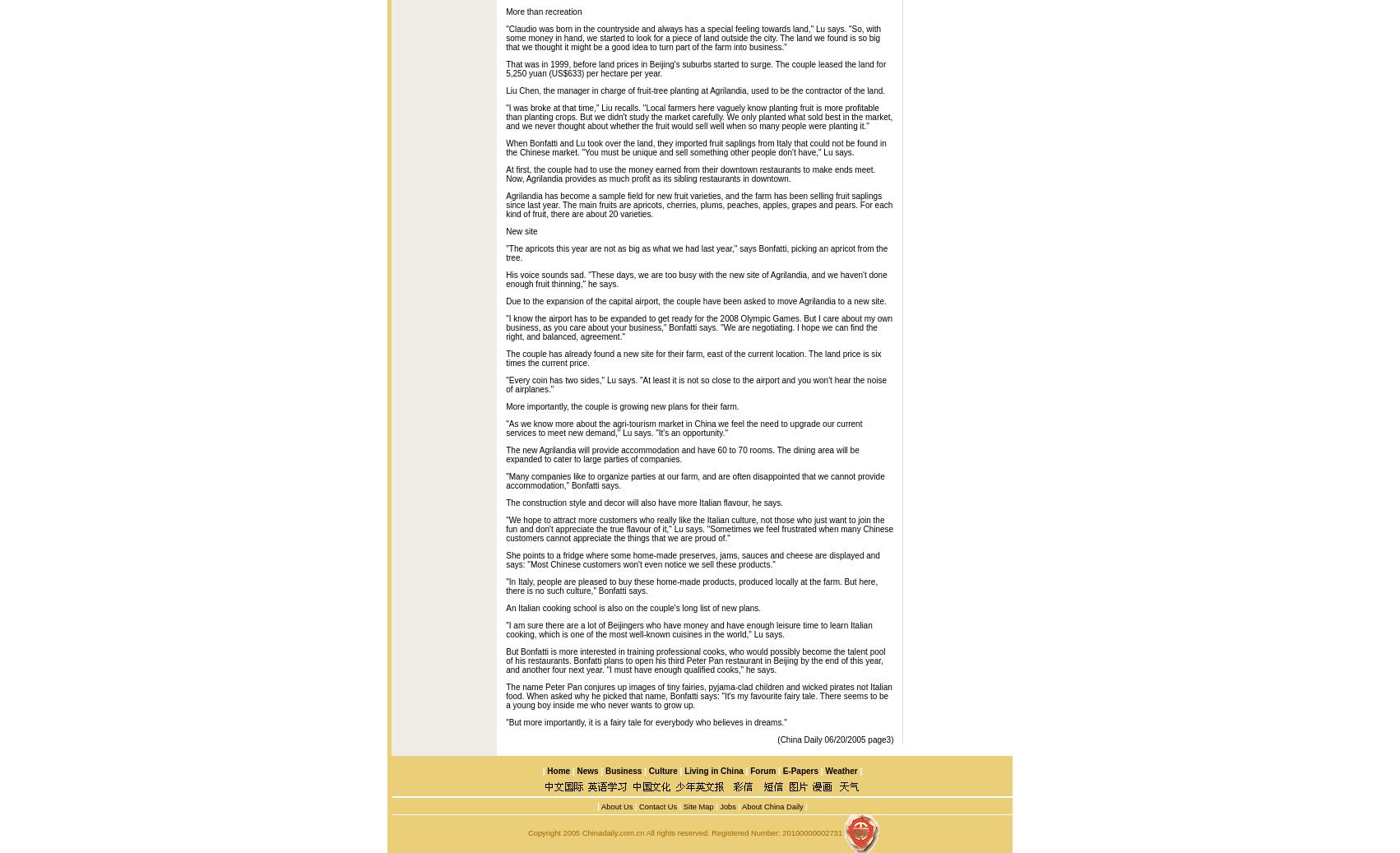  I want to click on 'The couple has already found a new site for their farm, east of the current location. The land price is six times the current price.', so click(505, 357).